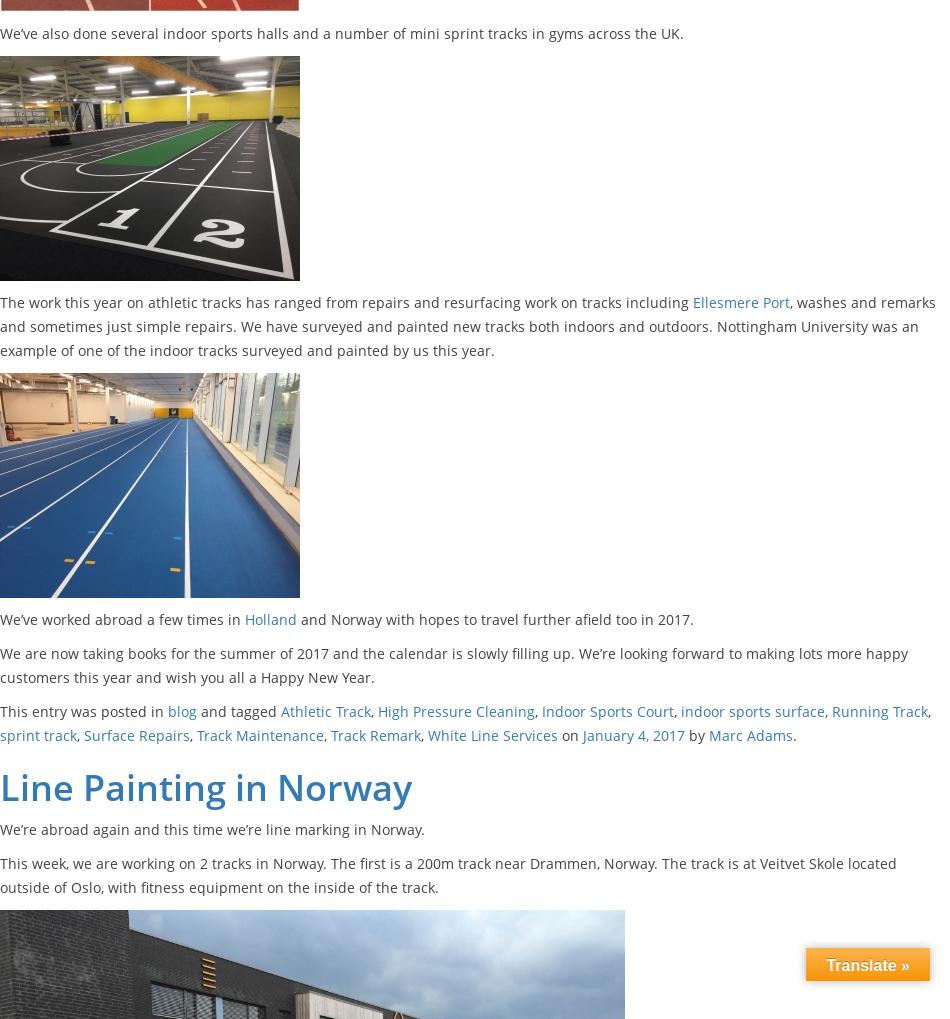  What do you see at coordinates (259, 735) in the screenshot?
I see `'Track Maintenance'` at bounding box center [259, 735].